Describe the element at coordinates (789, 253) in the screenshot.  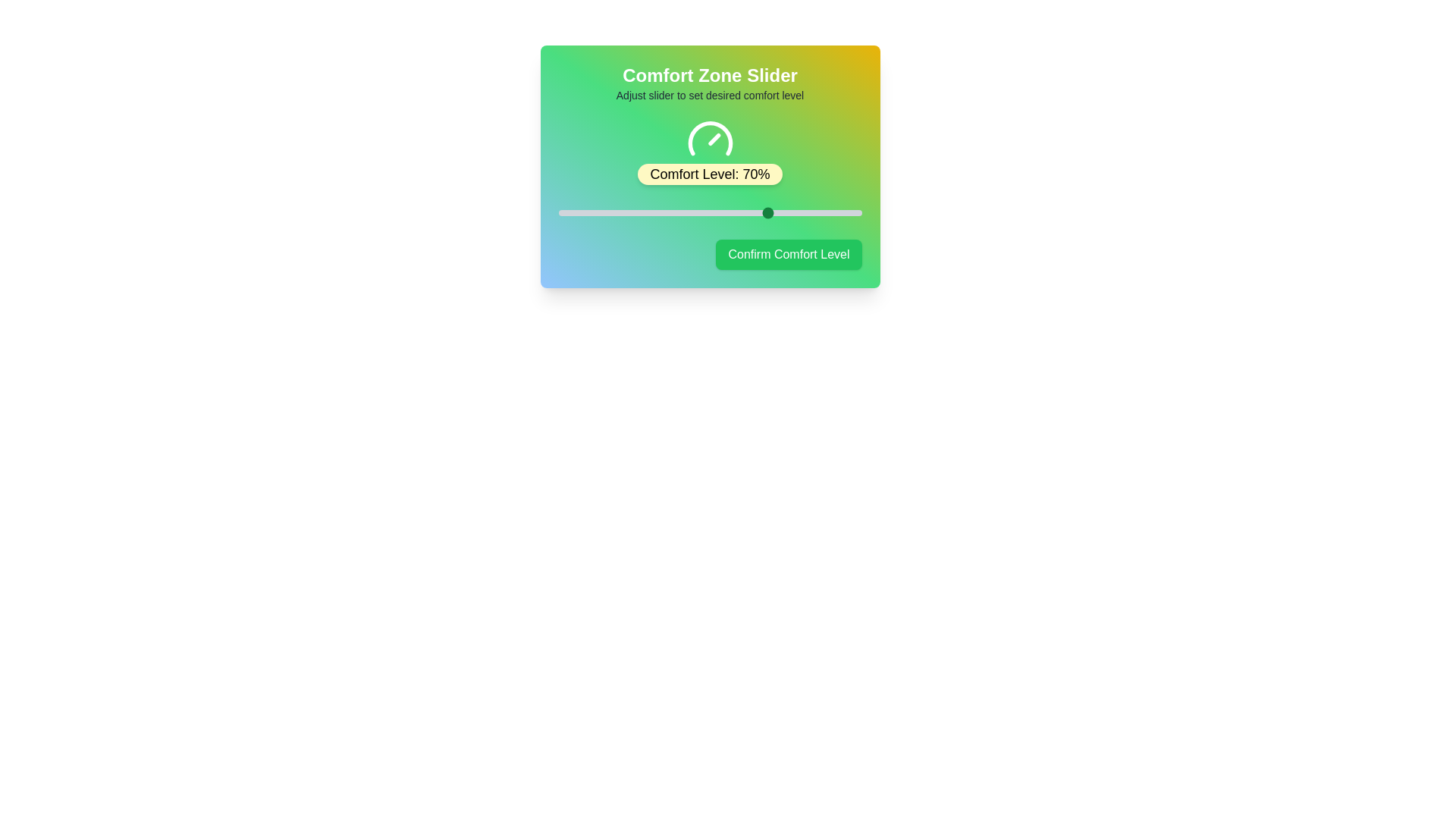
I see `'Confirm Comfort Level' button` at that location.